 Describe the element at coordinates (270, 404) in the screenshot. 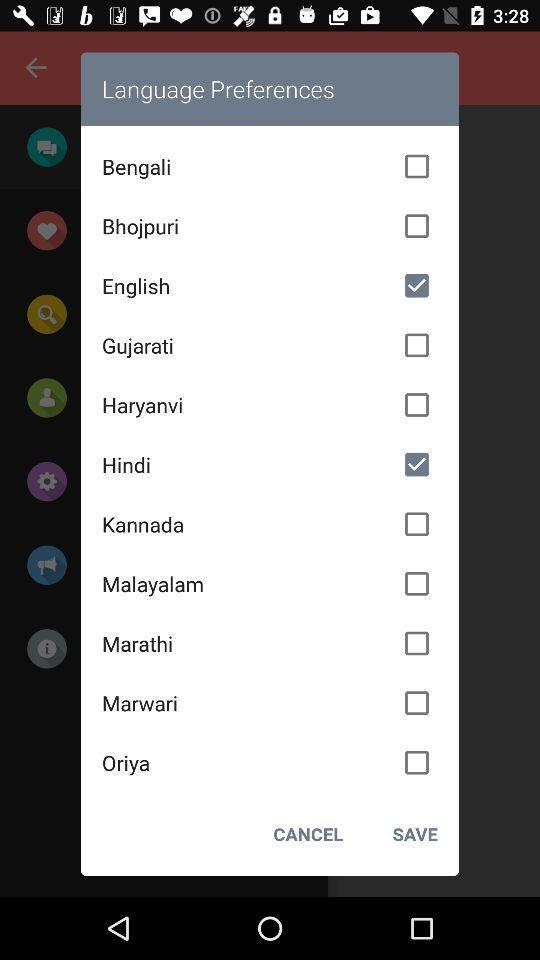

I see `the item below gujarati icon` at that location.